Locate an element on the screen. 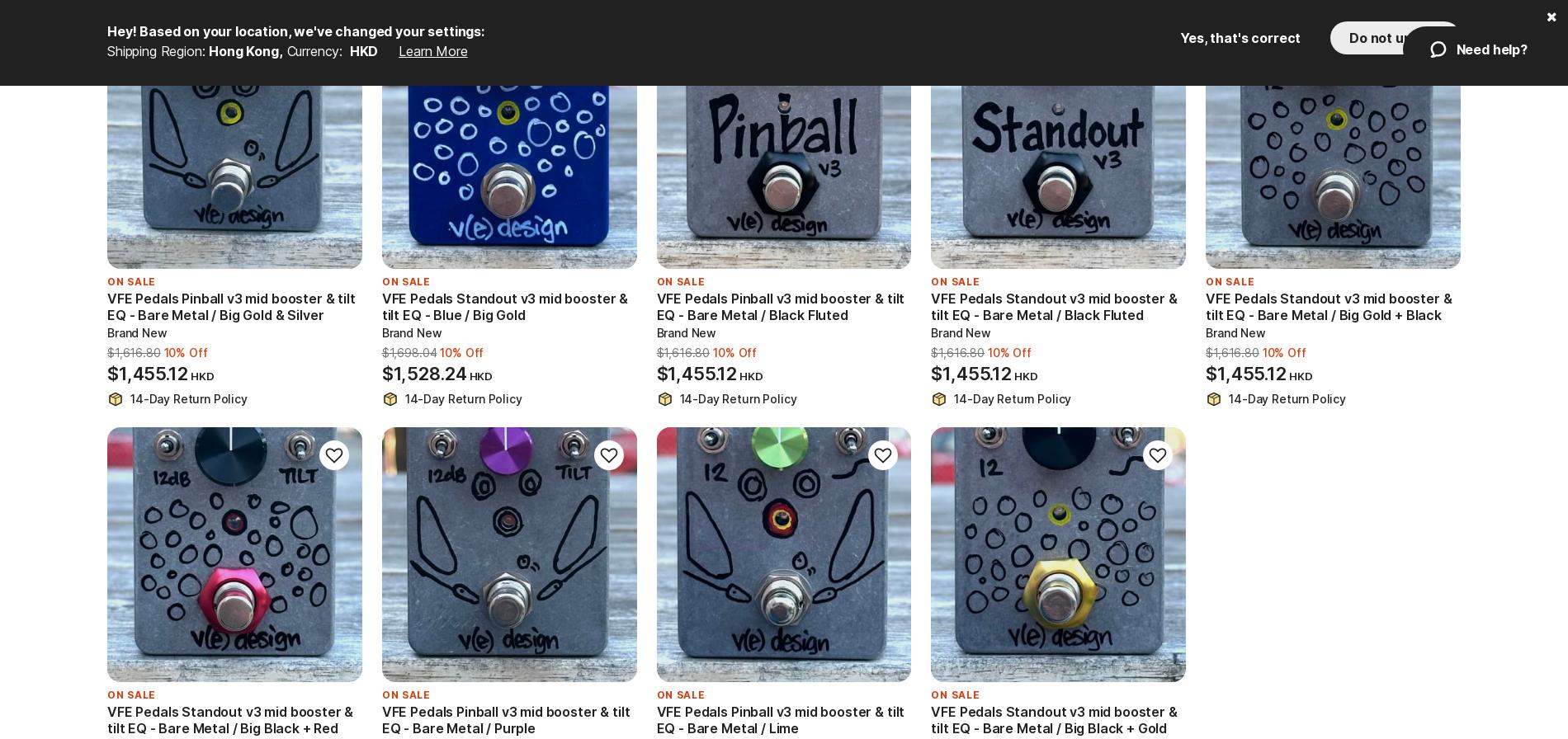  'Do not update' is located at coordinates (1395, 36).